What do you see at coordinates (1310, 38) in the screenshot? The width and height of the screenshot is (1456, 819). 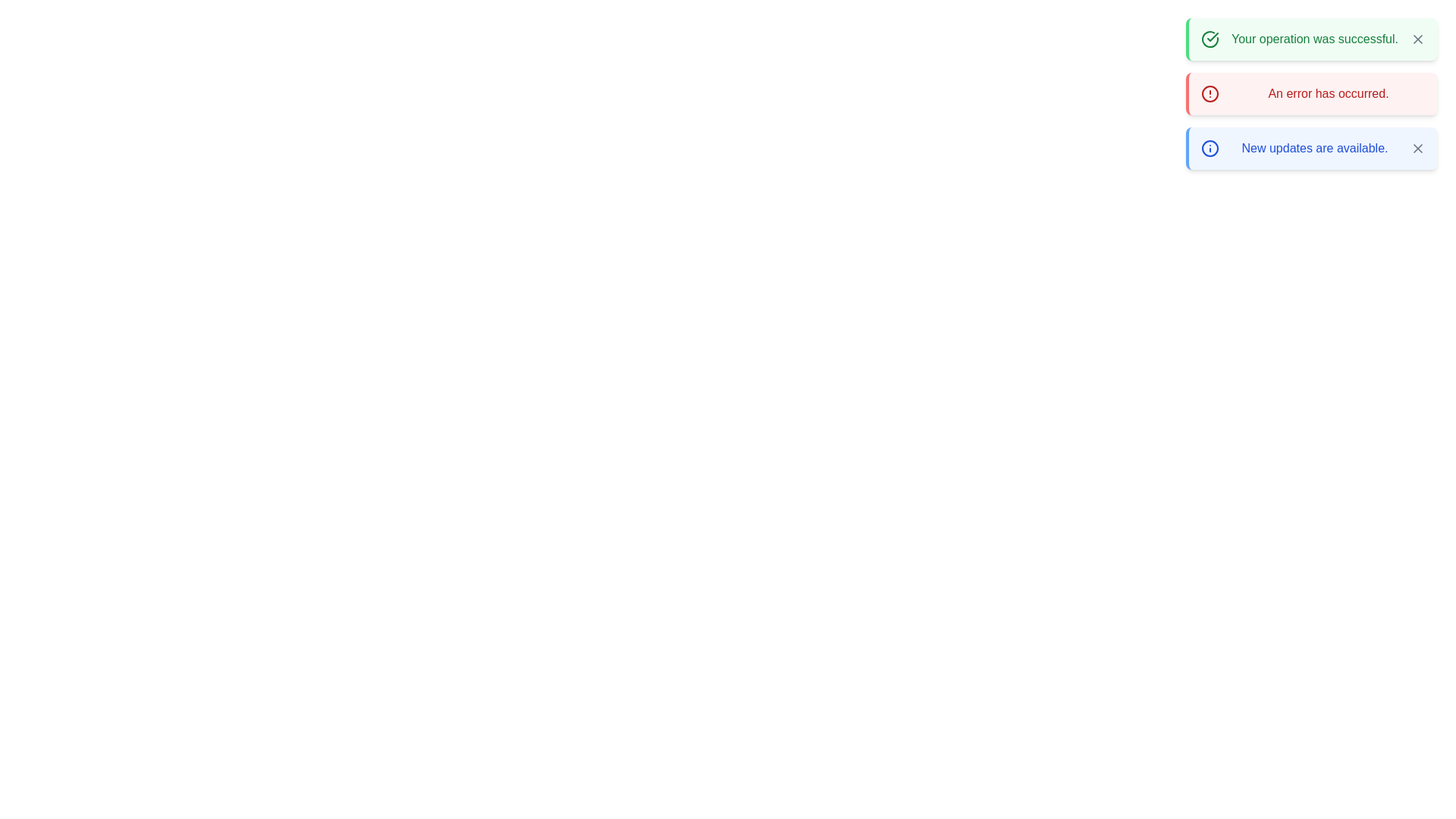 I see `the alert with the message 'Your operation was successful.' to see the hover effect` at bounding box center [1310, 38].